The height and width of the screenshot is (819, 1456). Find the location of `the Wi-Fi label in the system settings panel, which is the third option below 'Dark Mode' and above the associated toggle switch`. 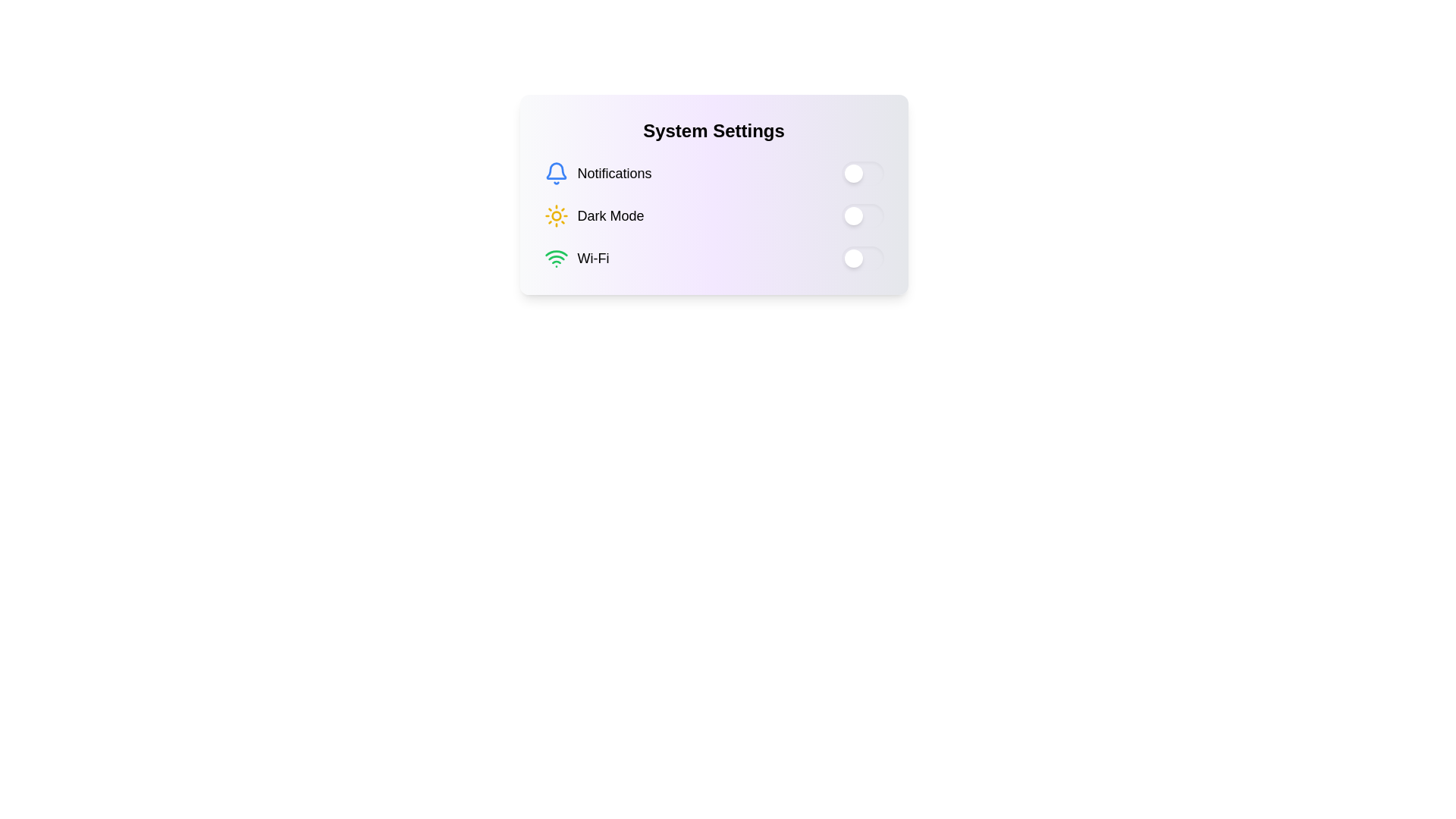

the Wi-Fi label in the system settings panel, which is the third option below 'Dark Mode' and above the associated toggle switch is located at coordinates (576, 257).